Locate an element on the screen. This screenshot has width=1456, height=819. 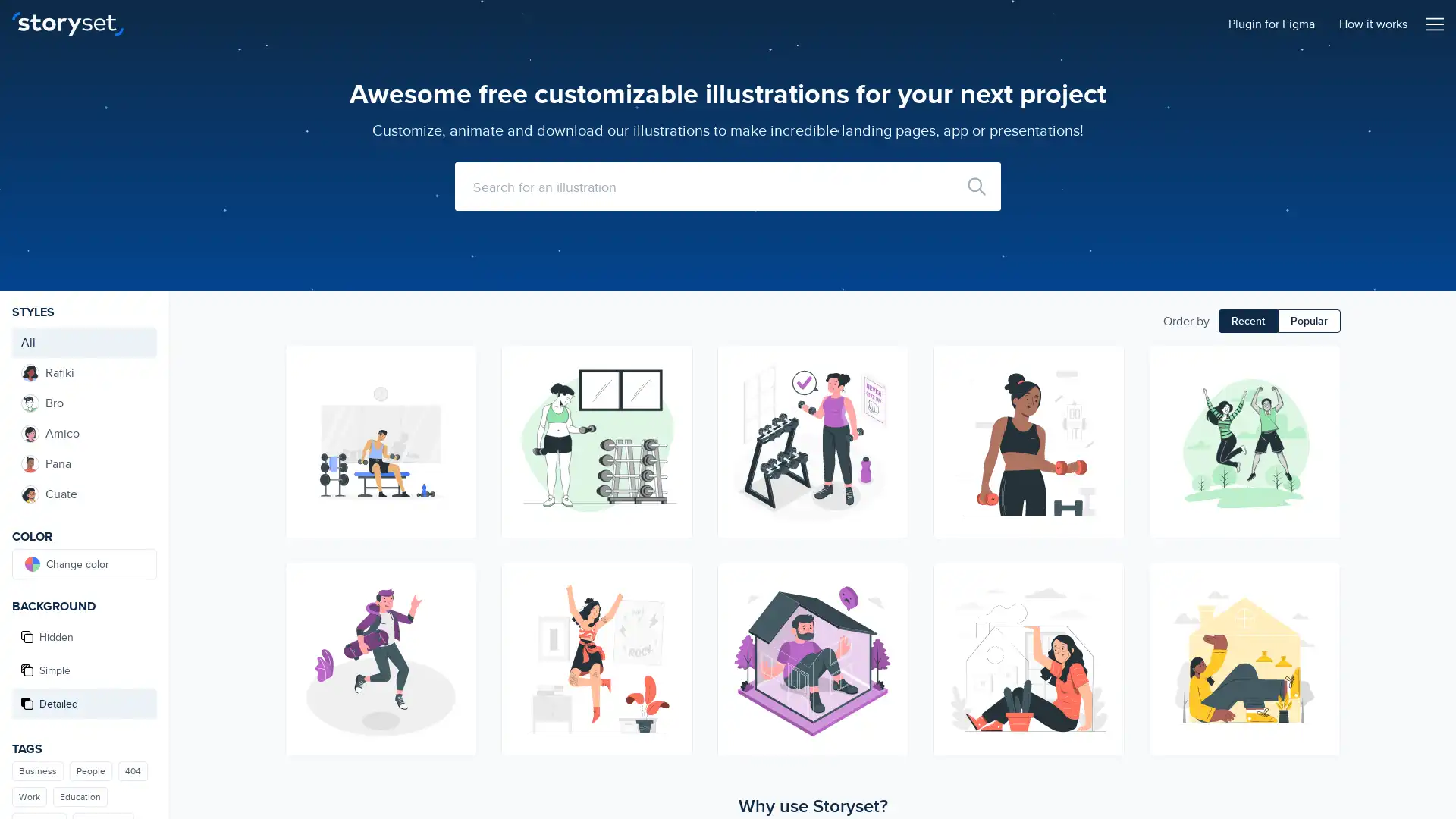
Pinterest icon Save is located at coordinates (889, 635).